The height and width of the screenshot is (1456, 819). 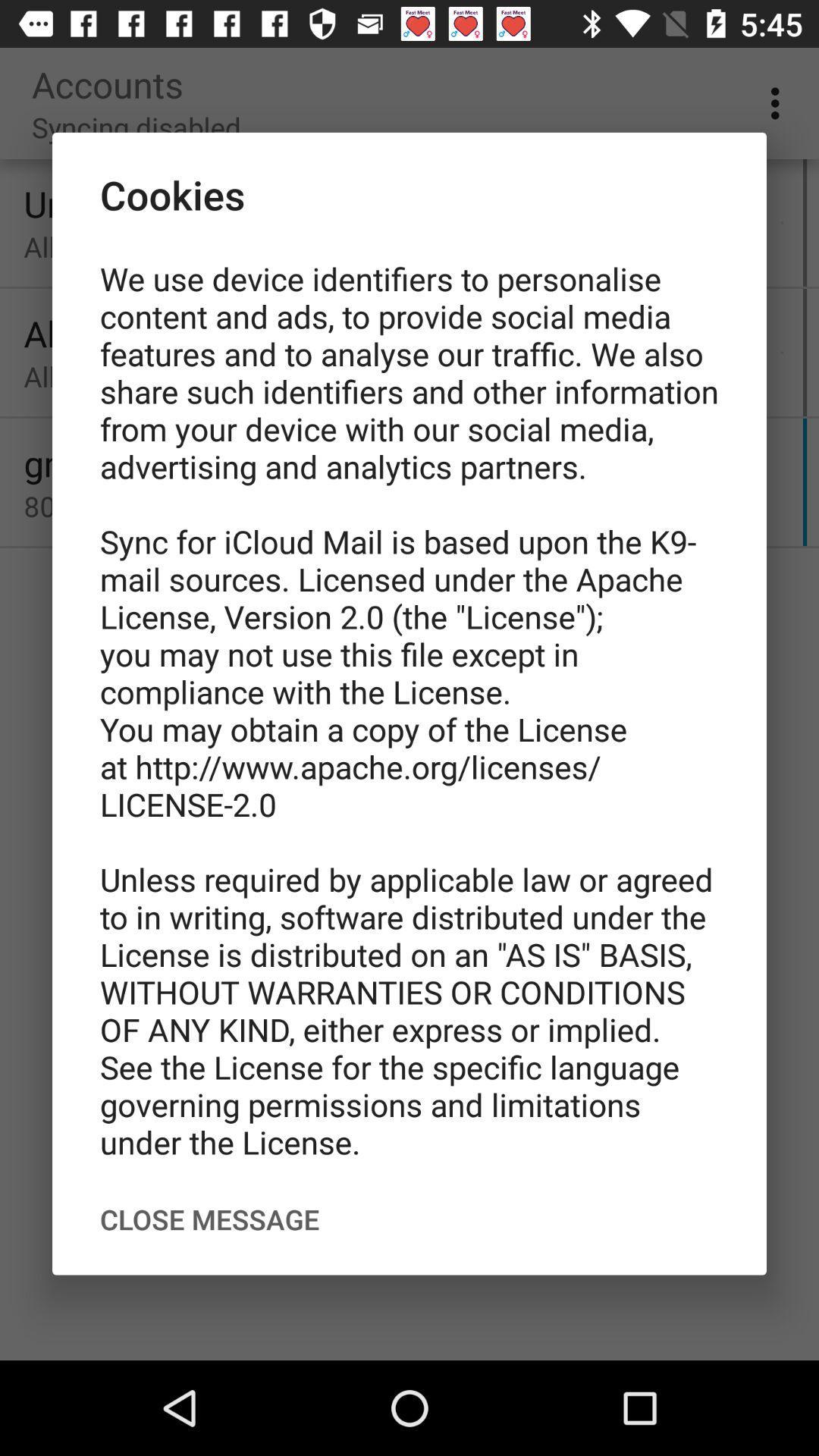 I want to click on the item below the we use device icon, so click(x=209, y=1219).